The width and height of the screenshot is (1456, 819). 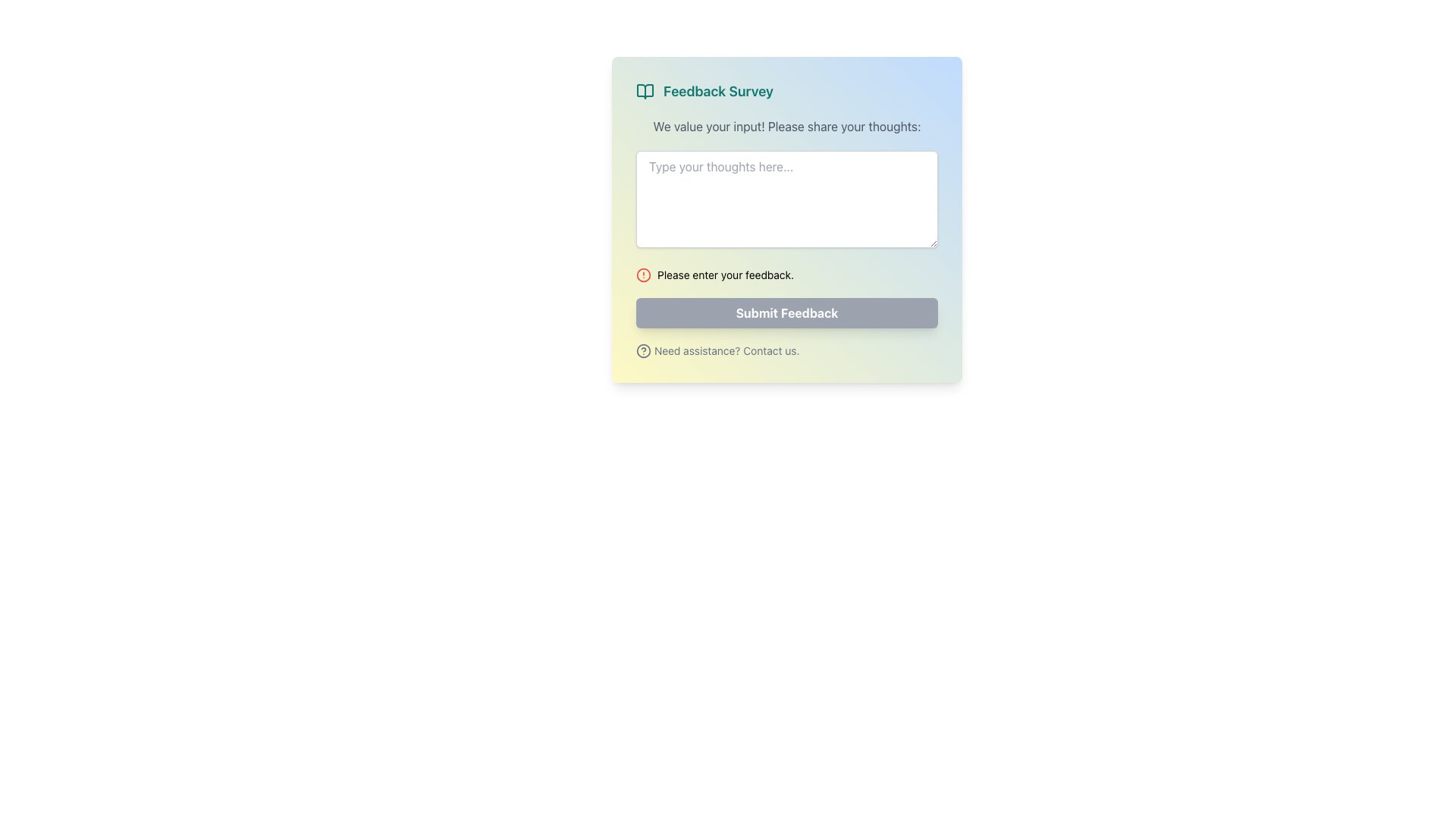 What do you see at coordinates (726, 350) in the screenshot?
I see `the text 'Need assistance? Contact us.' located at the bottom of the visible form panel` at bounding box center [726, 350].